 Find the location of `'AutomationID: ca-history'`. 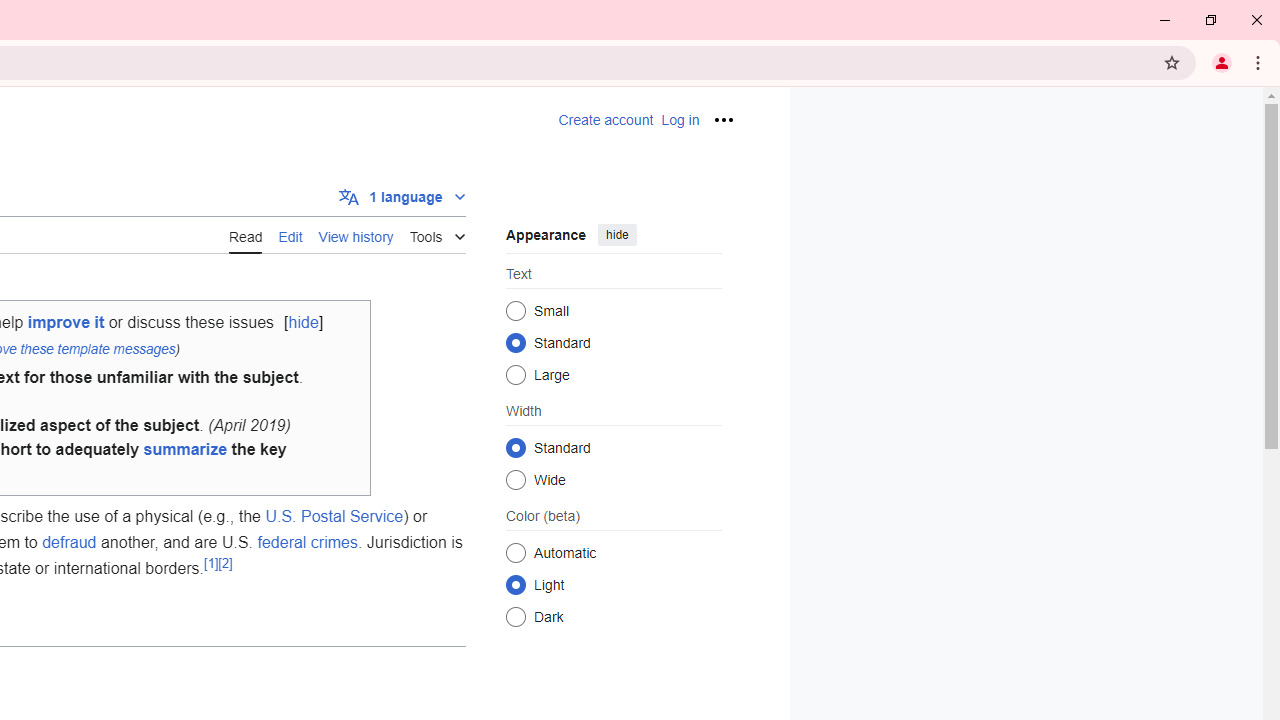

'AutomationID: ca-history' is located at coordinates (355, 233).